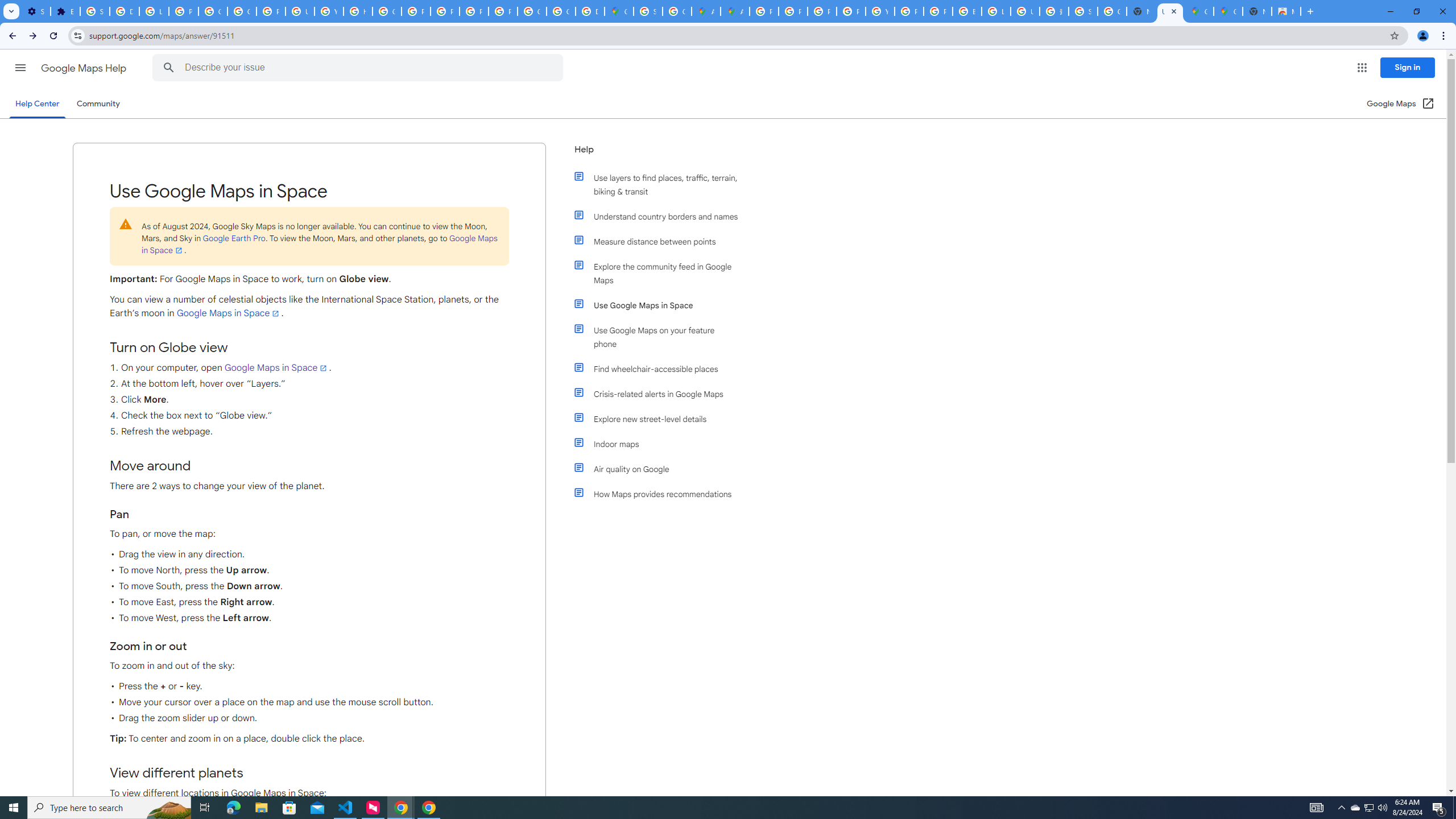 The width and height of the screenshot is (1456, 819). Describe the element at coordinates (661, 305) in the screenshot. I see `'Use Google Maps in Space'` at that location.